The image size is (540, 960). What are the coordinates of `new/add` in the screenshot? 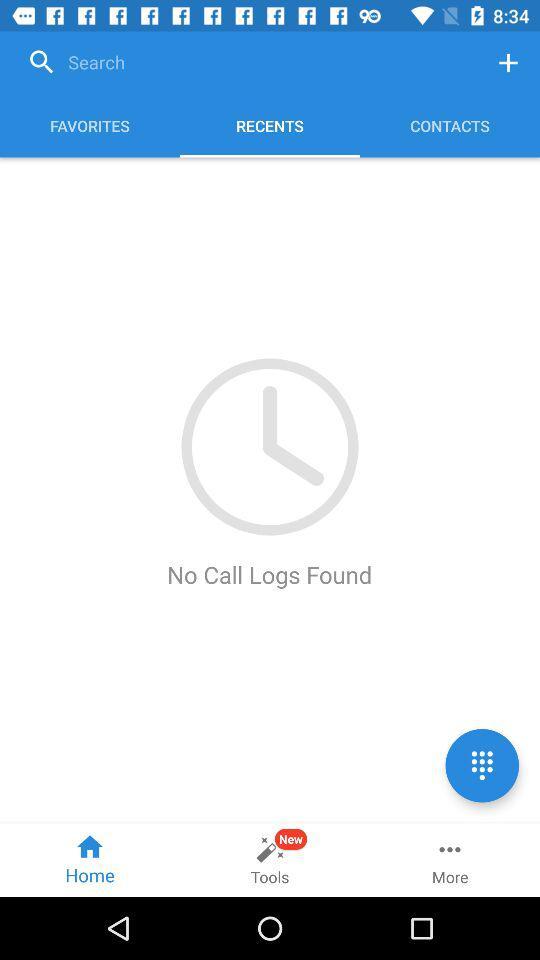 It's located at (508, 62).